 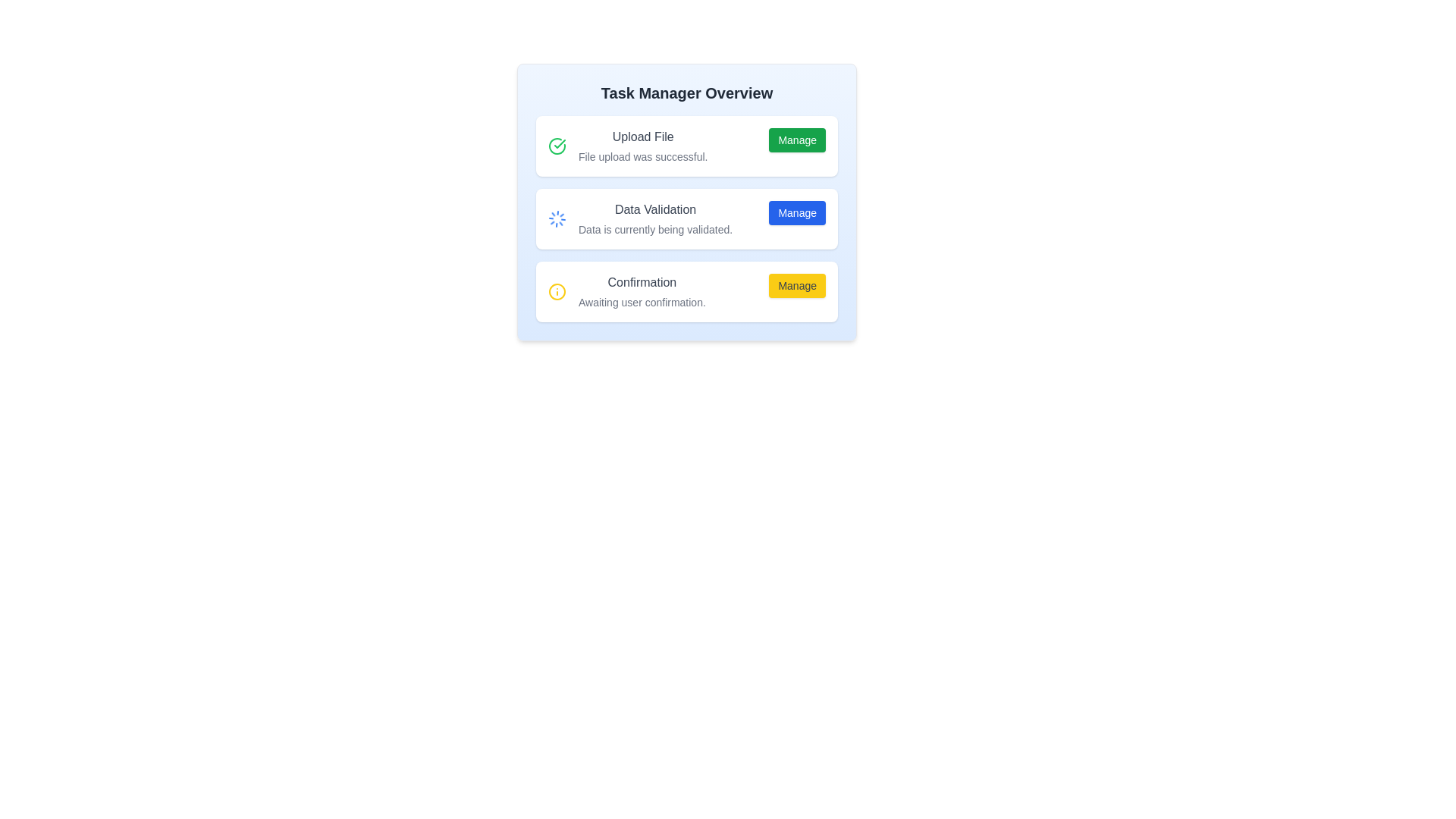 I want to click on the status update element for the task titled 'Data Validation', which is indicated by a spinning loader icon and located in the second card of the 'Task Manager Overview' interface, so click(x=640, y=219).